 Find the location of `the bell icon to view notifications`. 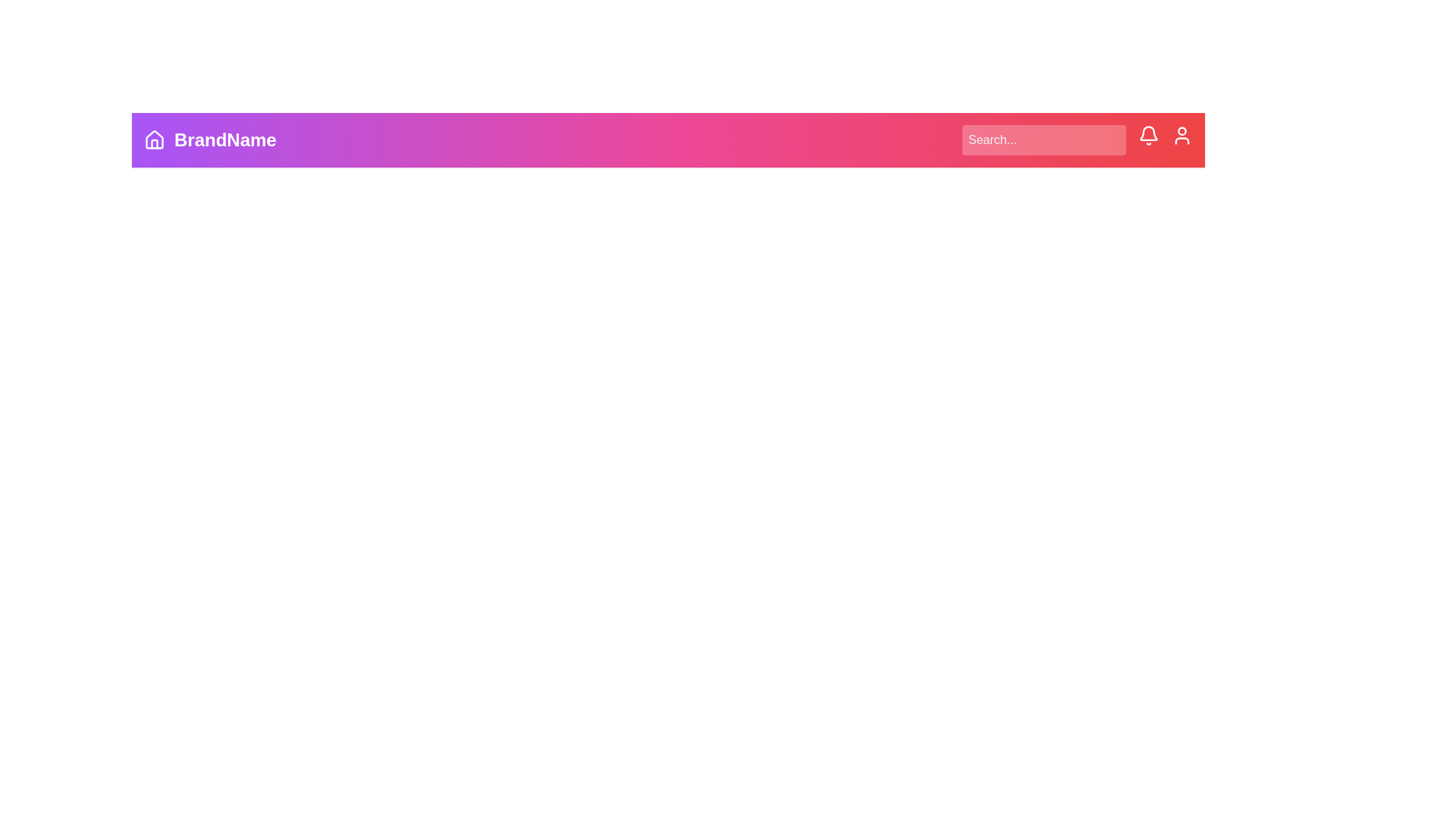

the bell icon to view notifications is located at coordinates (1149, 134).